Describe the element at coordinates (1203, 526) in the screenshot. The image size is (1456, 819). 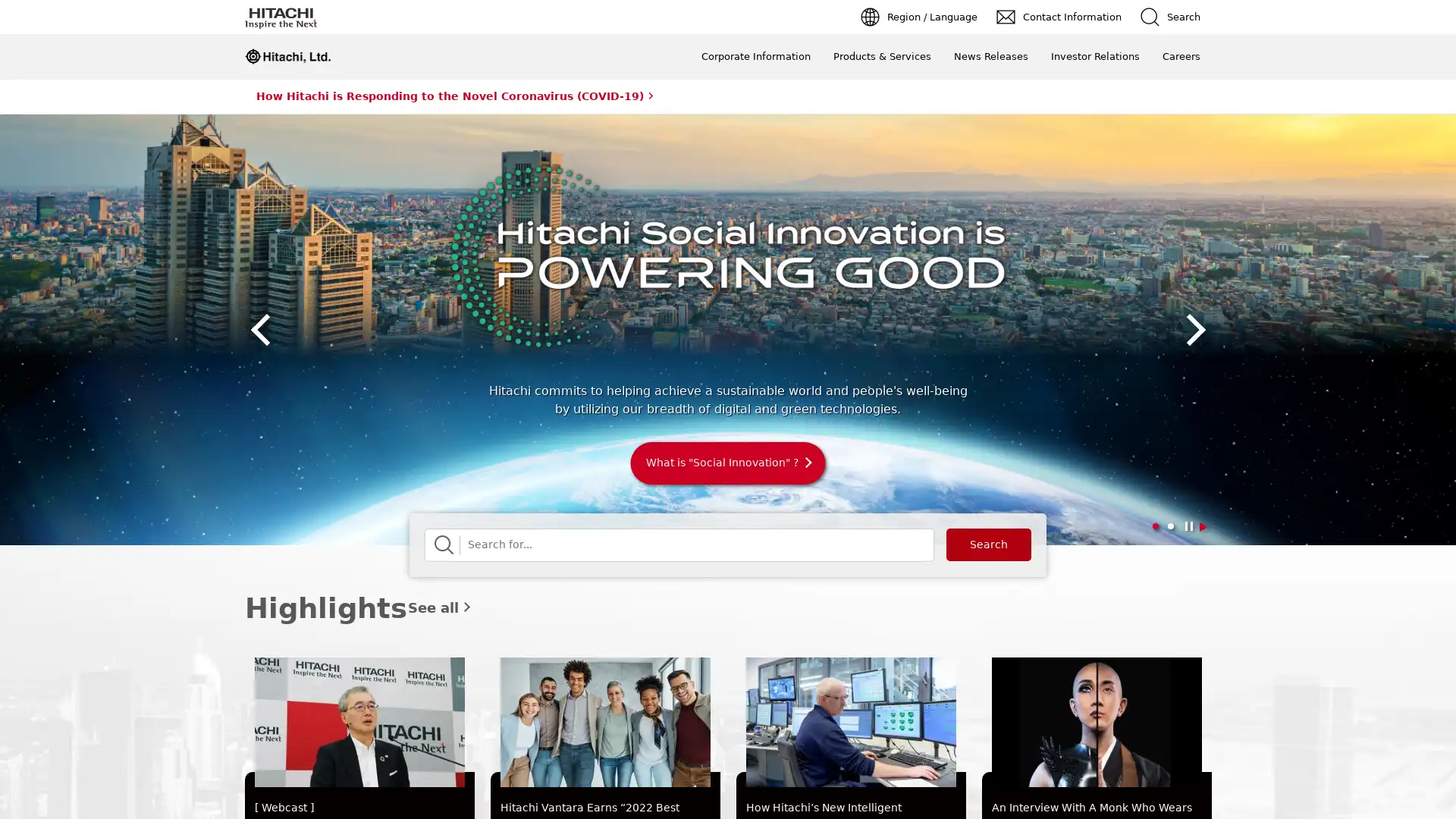
I see `Stop` at that location.